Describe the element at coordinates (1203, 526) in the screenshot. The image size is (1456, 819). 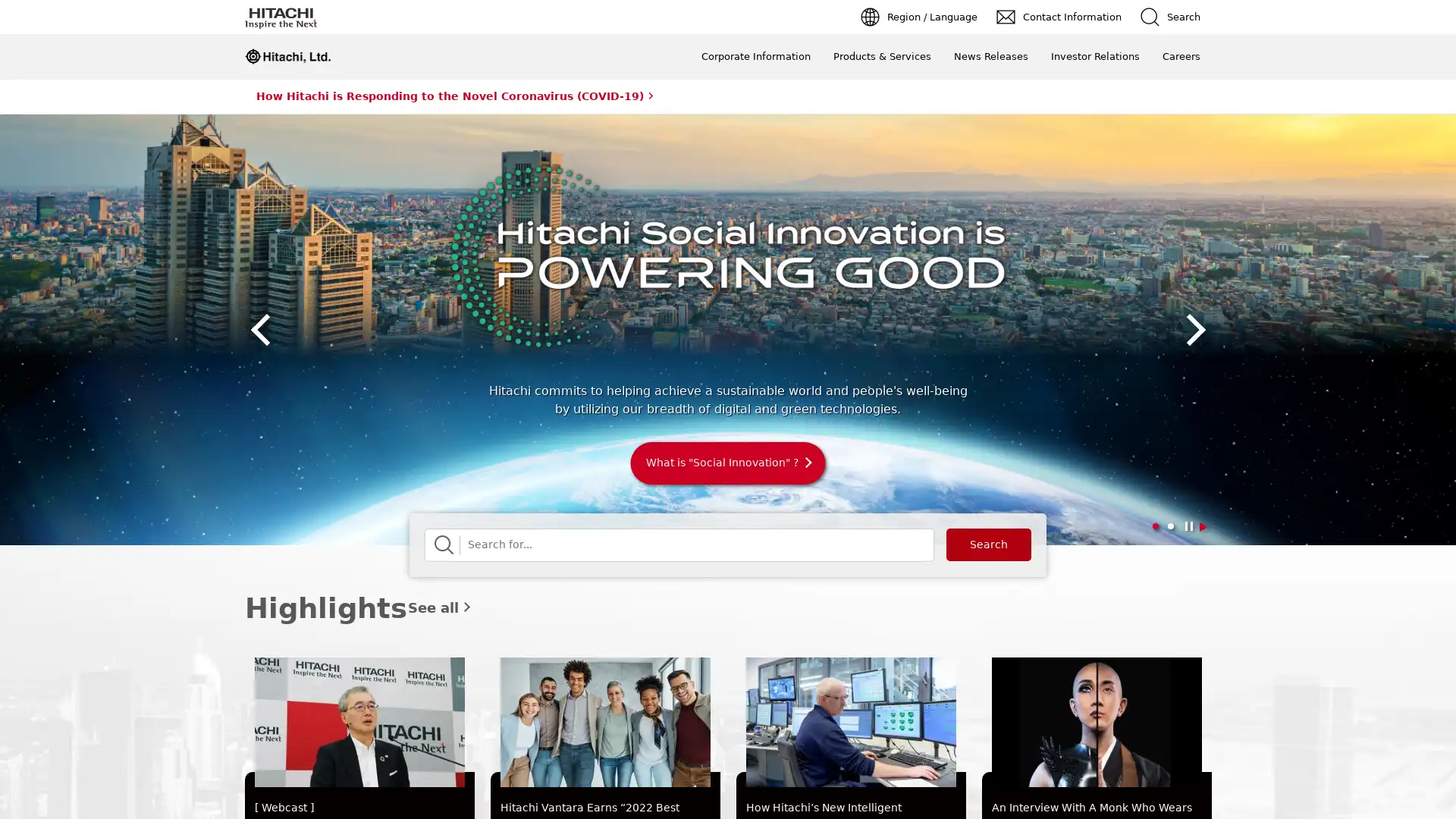
I see `Stop` at that location.